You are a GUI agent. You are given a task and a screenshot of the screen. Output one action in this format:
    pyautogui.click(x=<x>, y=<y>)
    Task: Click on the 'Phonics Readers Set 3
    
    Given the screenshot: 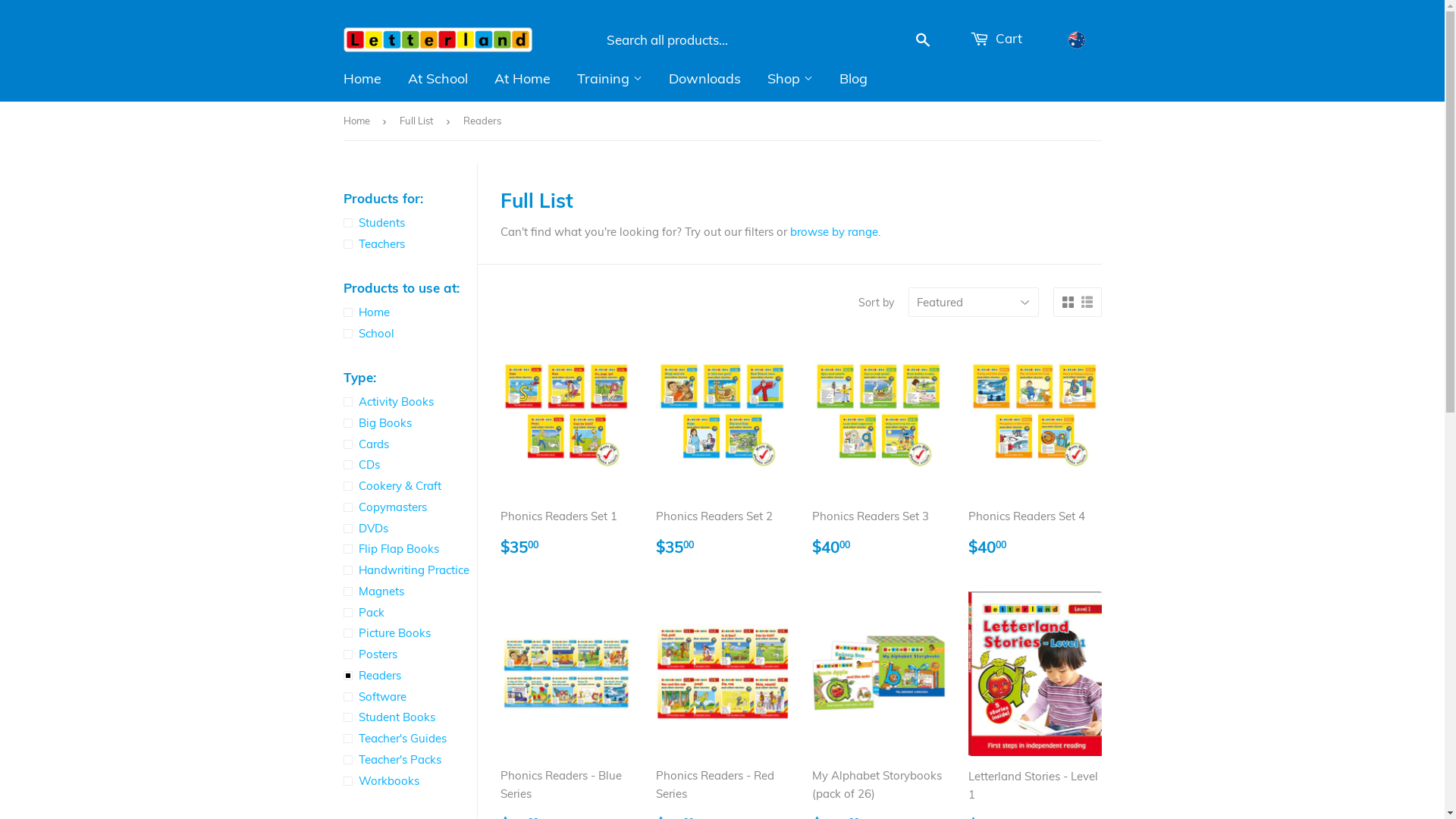 What is the action you would take?
    pyautogui.click(x=878, y=450)
    